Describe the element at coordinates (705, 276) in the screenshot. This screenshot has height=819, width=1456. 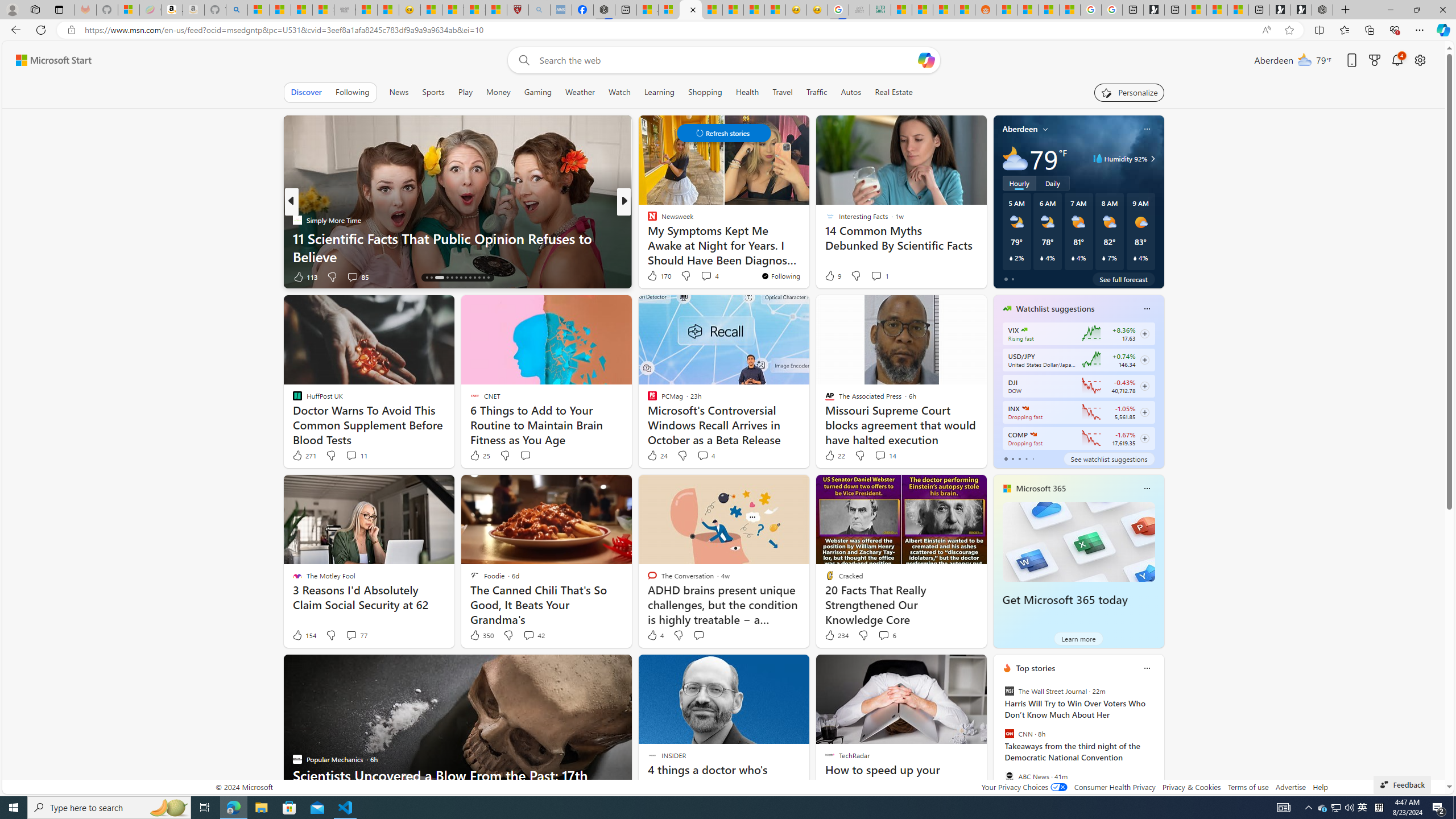
I see `'View comments 231 Comment'` at that location.